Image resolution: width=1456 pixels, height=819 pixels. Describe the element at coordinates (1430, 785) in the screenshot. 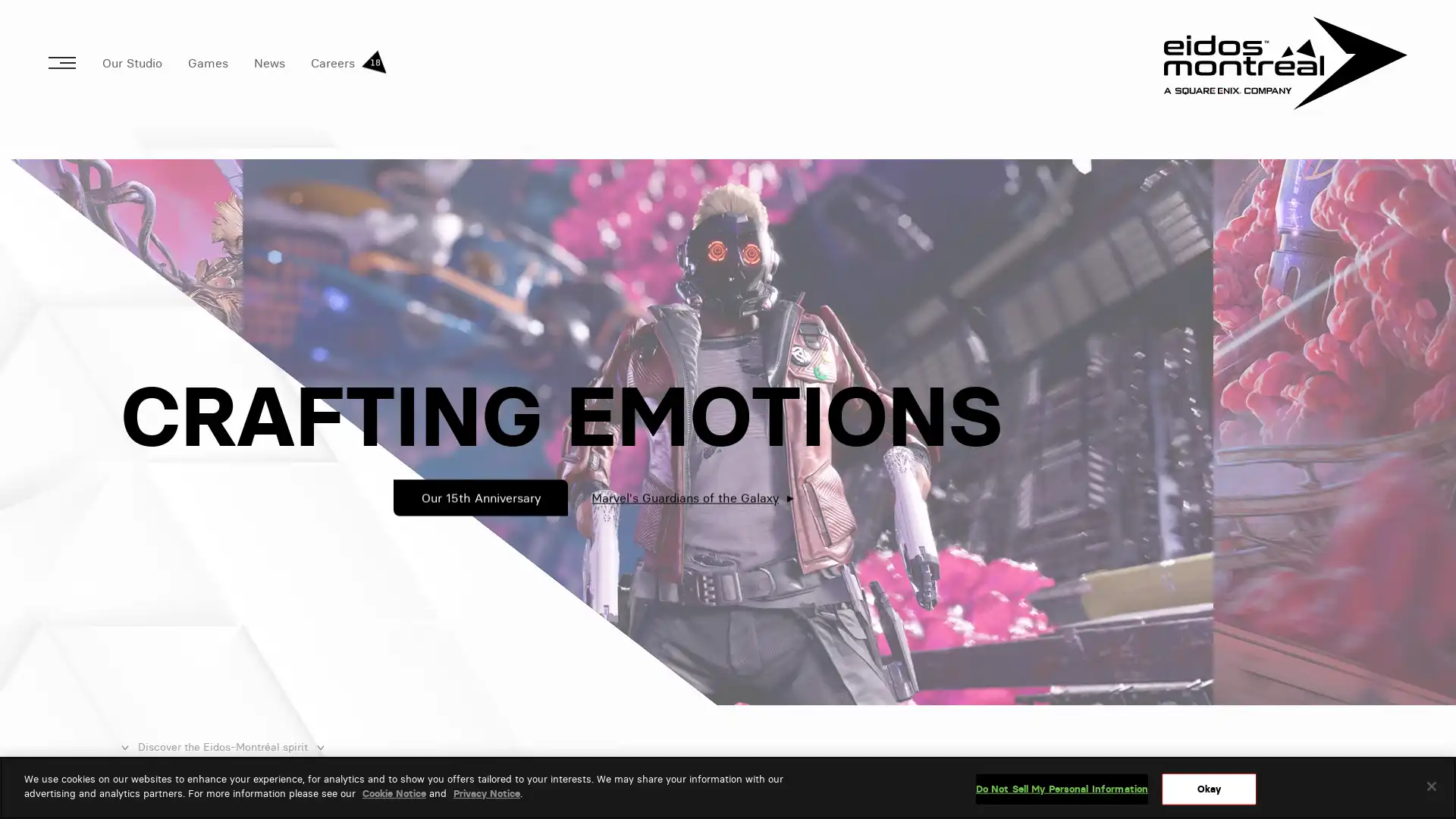

I see `Close` at that location.